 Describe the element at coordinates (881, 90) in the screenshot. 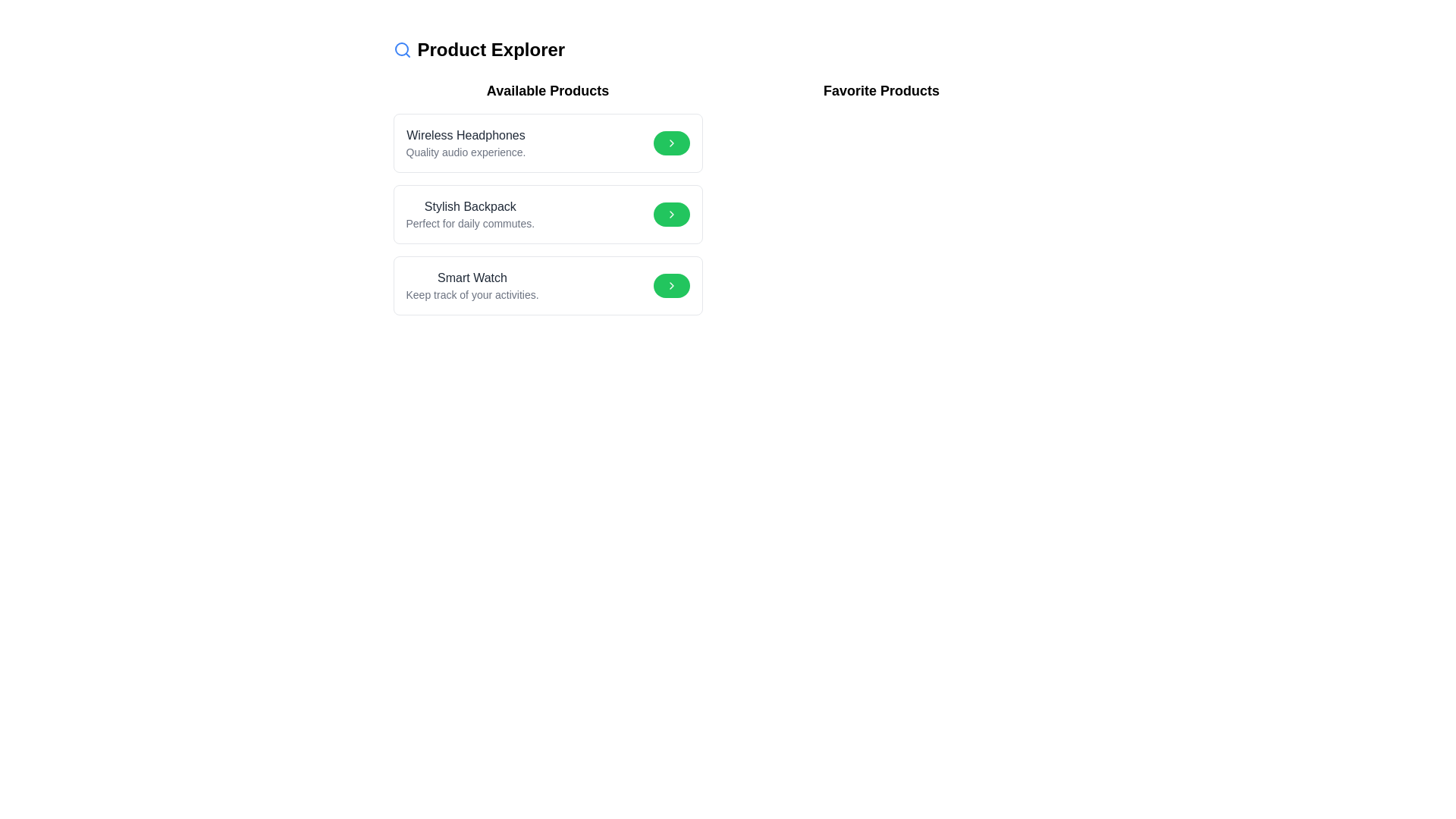

I see `the 'Favorite Products' label, which is a bold text label located near the top right section of the layout` at that location.